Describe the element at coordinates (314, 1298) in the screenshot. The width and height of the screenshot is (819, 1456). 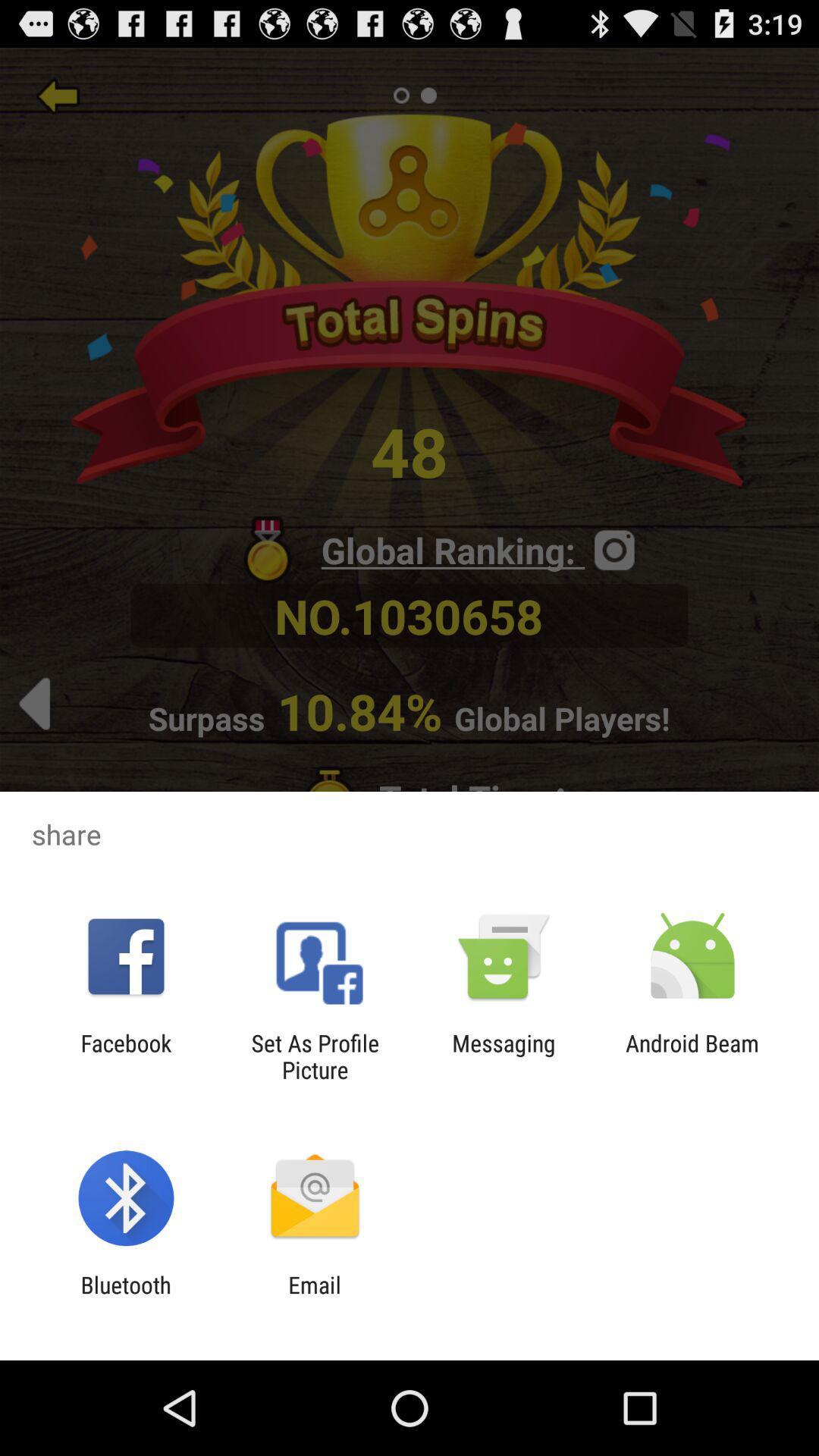
I see `the item next to bluetooth app` at that location.